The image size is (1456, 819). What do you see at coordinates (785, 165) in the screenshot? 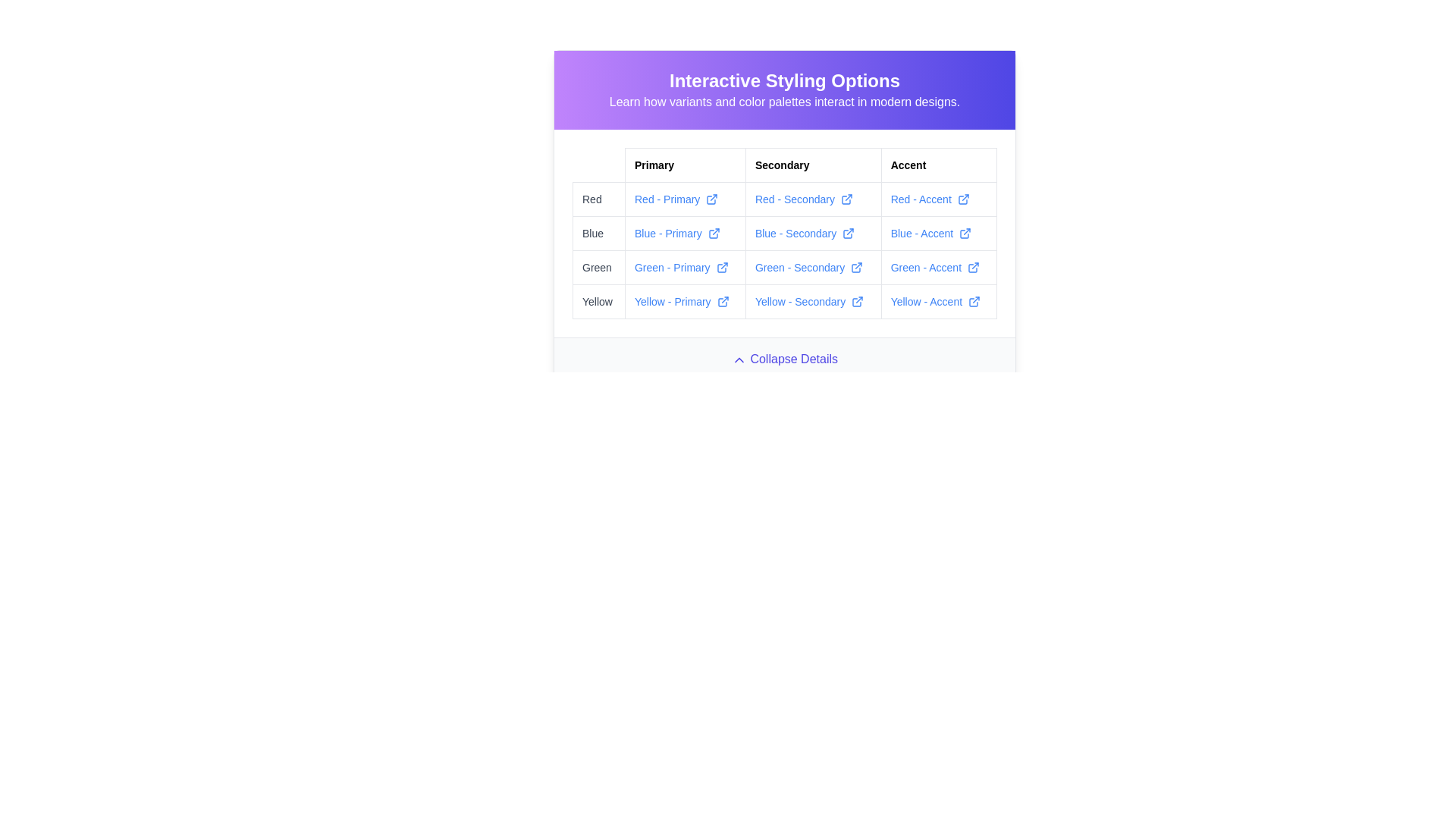
I see `the Table Header Row that categorizes the data in the subsequent rows of the table` at bounding box center [785, 165].